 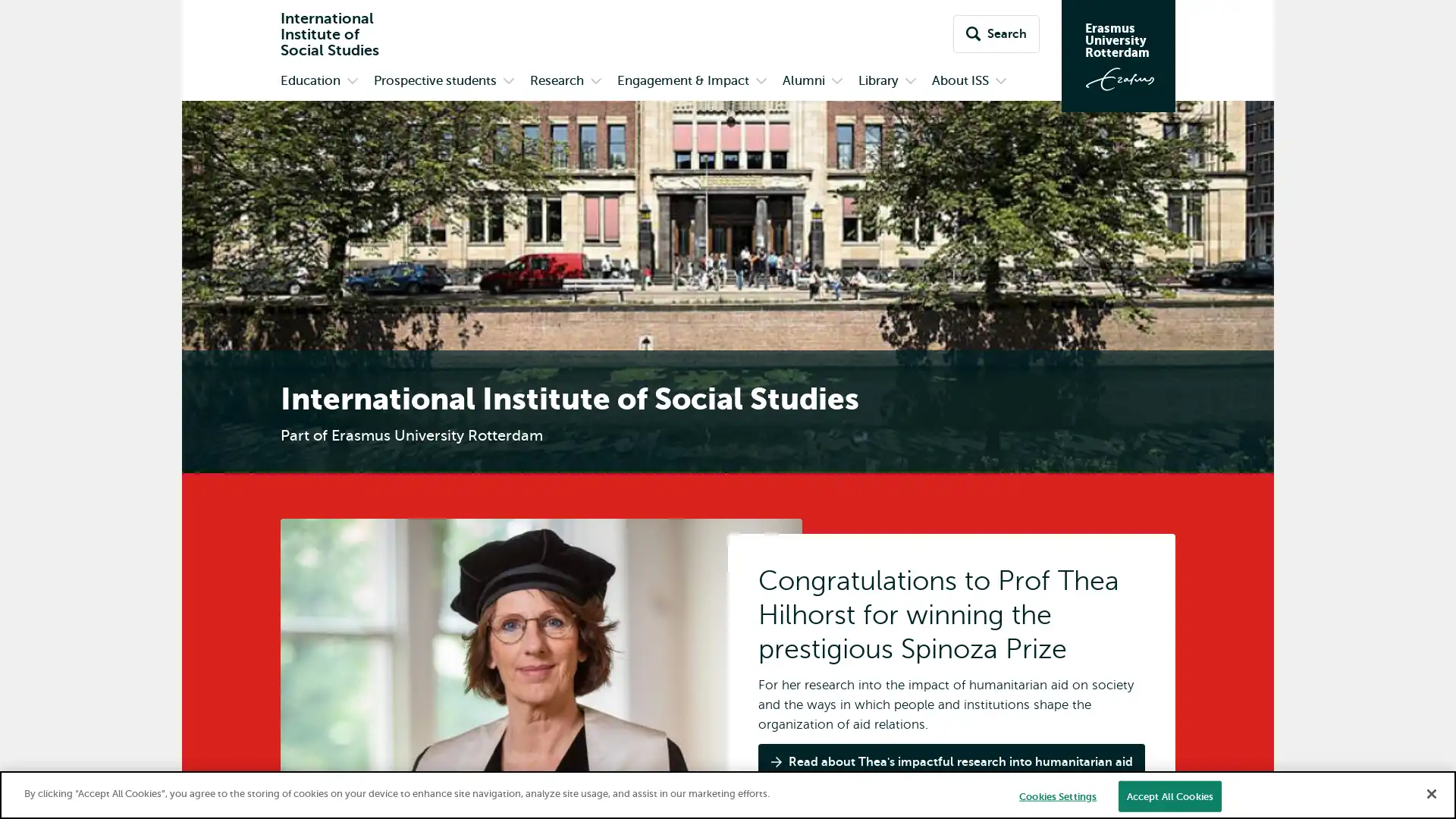 What do you see at coordinates (595, 82) in the screenshot?
I see `Open submenu` at bounding box center [595, 82].